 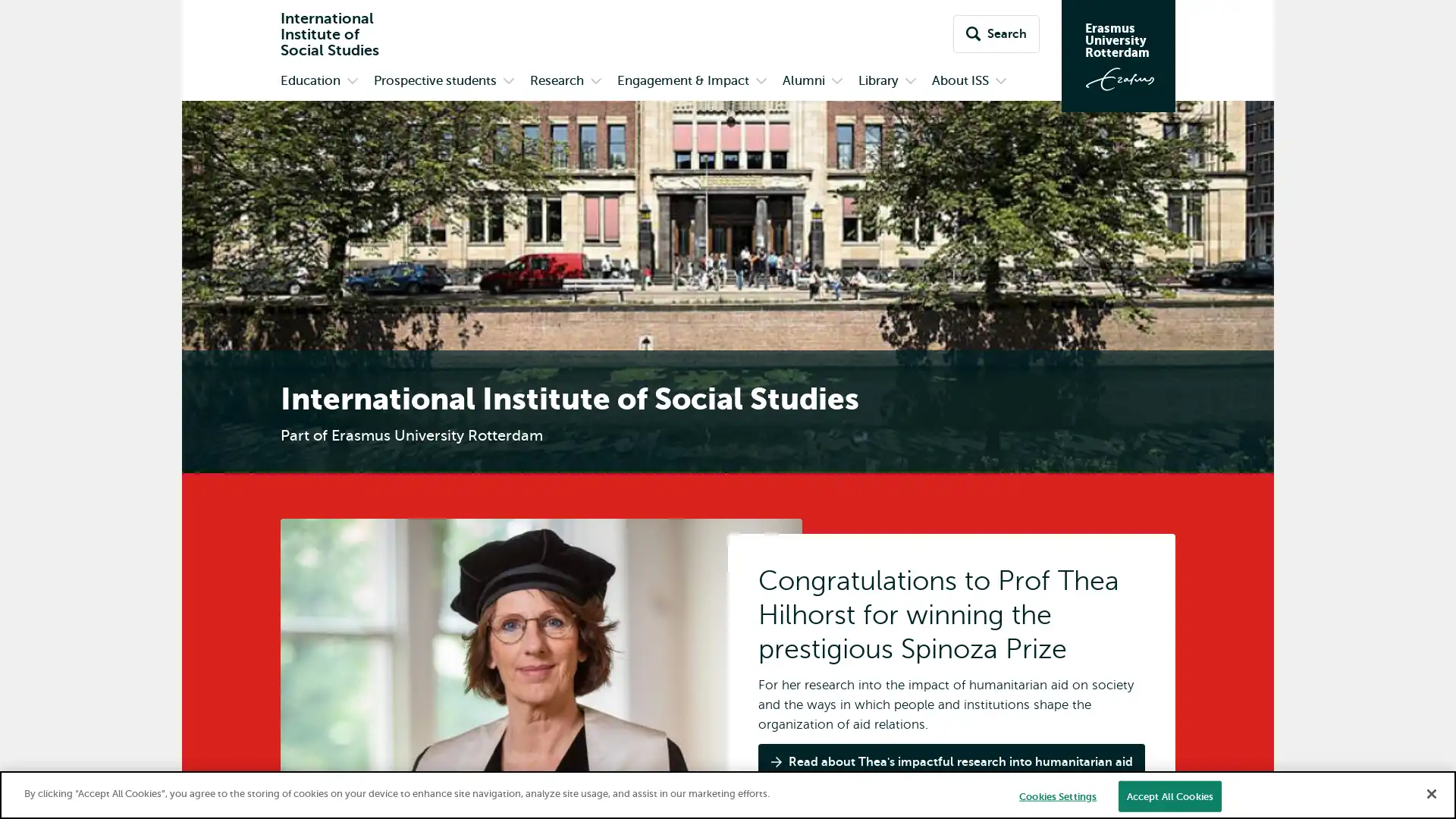 What do you see at coordinates (595, 82) in the screenshot?
I see `Open submenu` at bounding box center [595, 82].